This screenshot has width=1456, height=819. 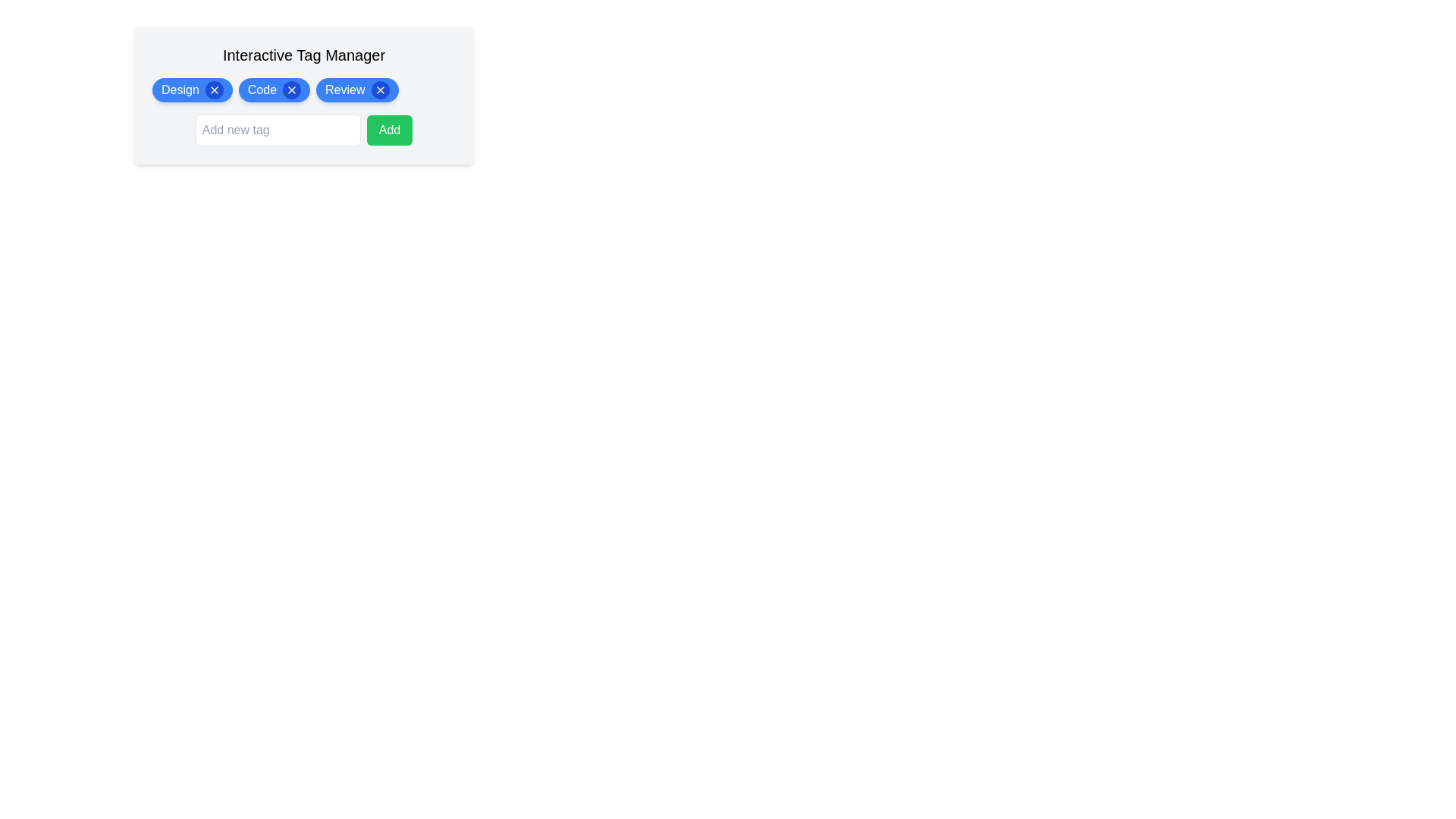 What do you see at coordinates (389, 130) in the screenshot?
I see `the 'Add' button, which is a rectangular button with rounded corners, bright green background, and white text, located to the right of a text input field in the 'Interactive Tag Manager' layout` at bounding box center [389, 130].